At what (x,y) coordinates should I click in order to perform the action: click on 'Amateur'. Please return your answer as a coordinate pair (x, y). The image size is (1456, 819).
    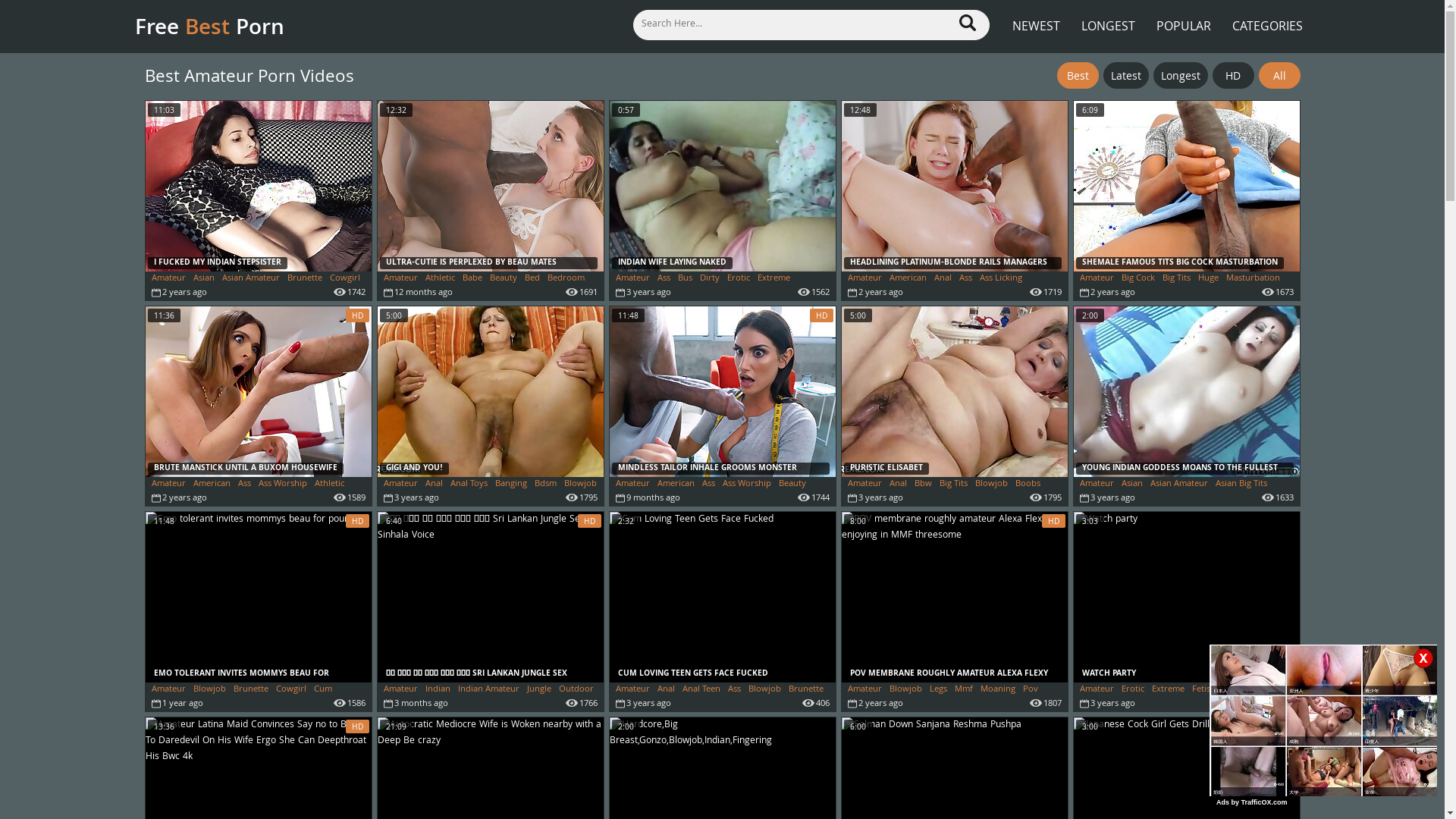
    Looking at the image, I should click on (1097, 689).